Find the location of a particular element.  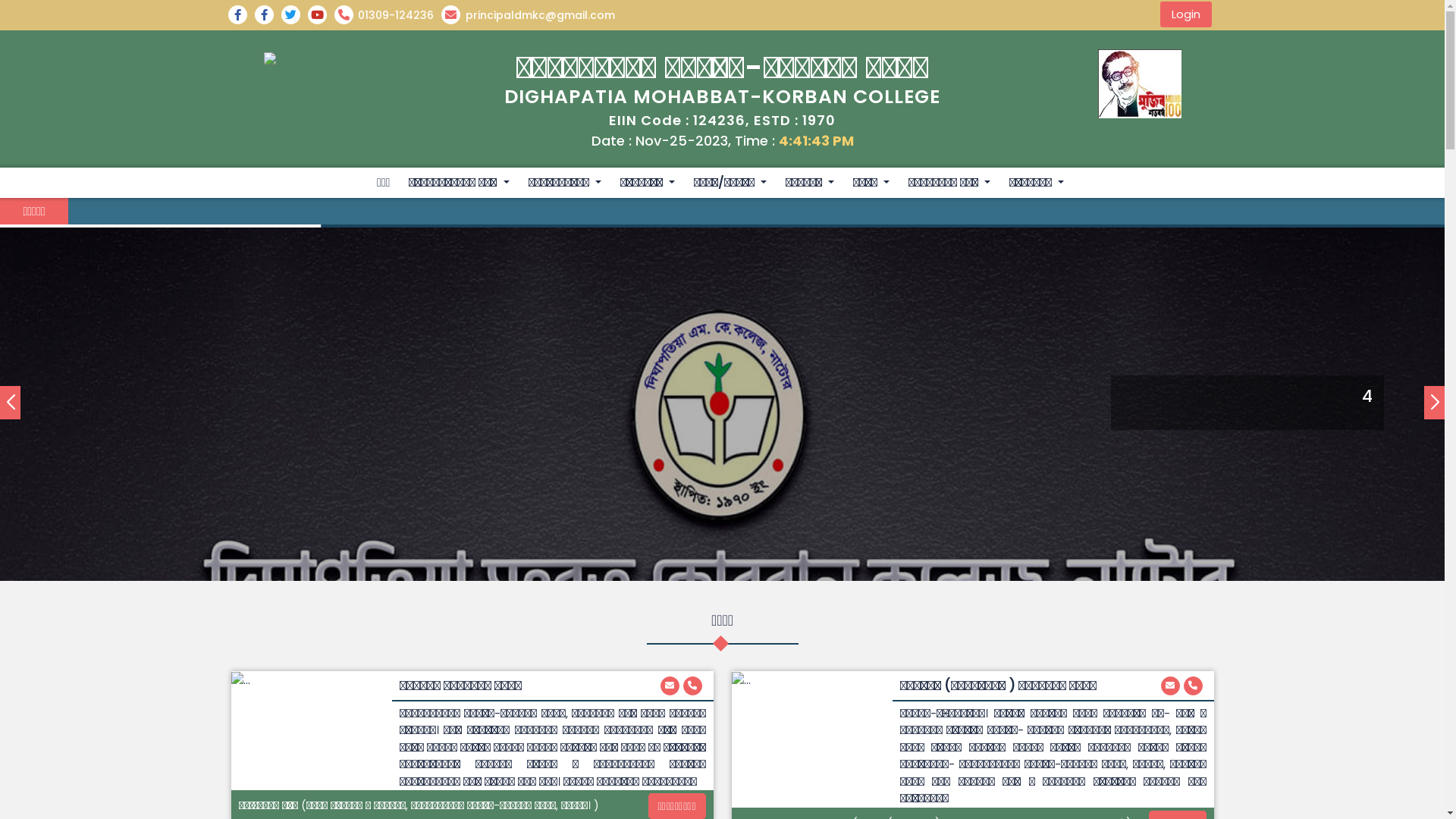

'Facebook Group' is located at coordinates (240, 14).